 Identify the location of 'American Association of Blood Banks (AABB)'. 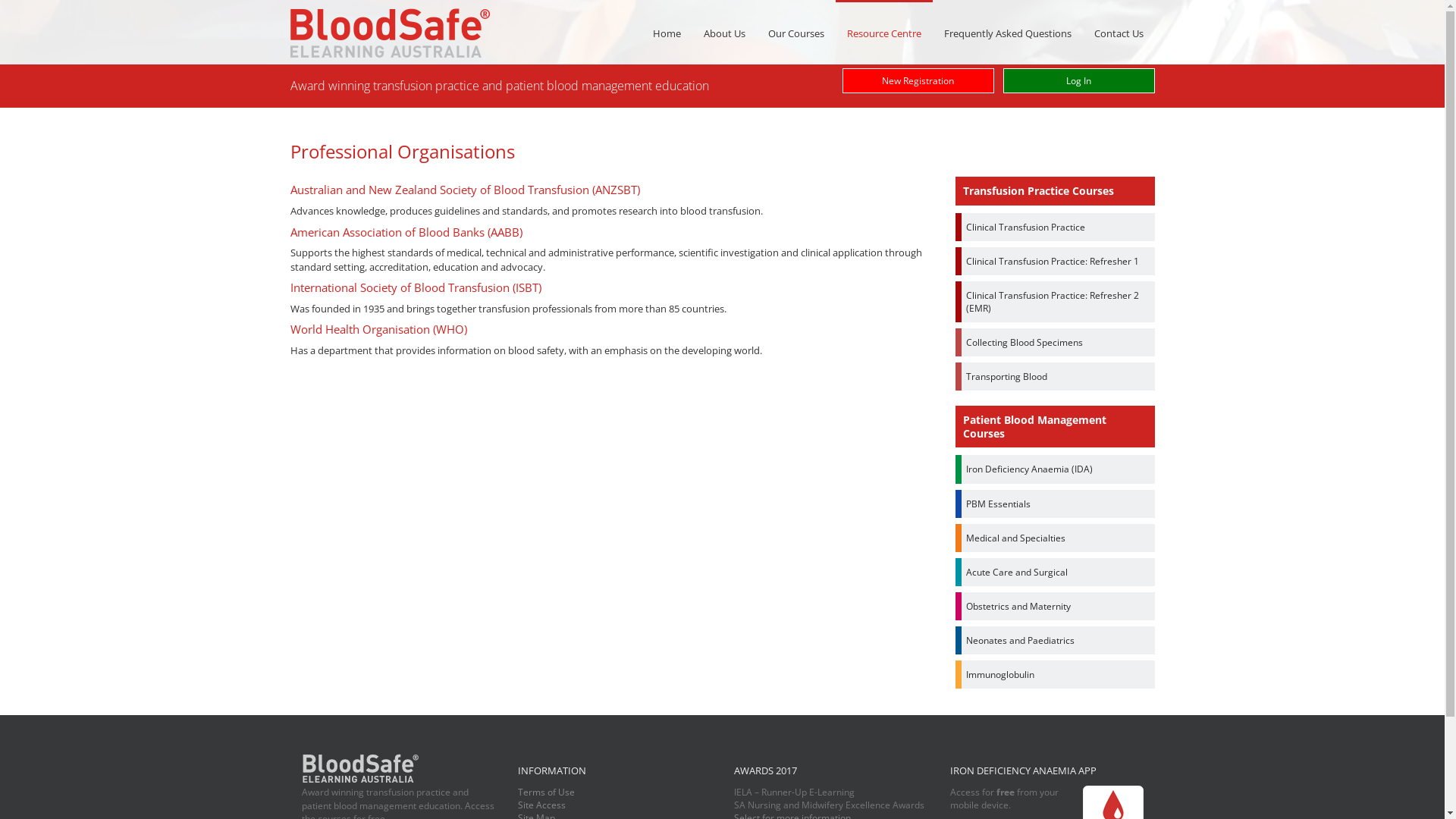
(405, 231).